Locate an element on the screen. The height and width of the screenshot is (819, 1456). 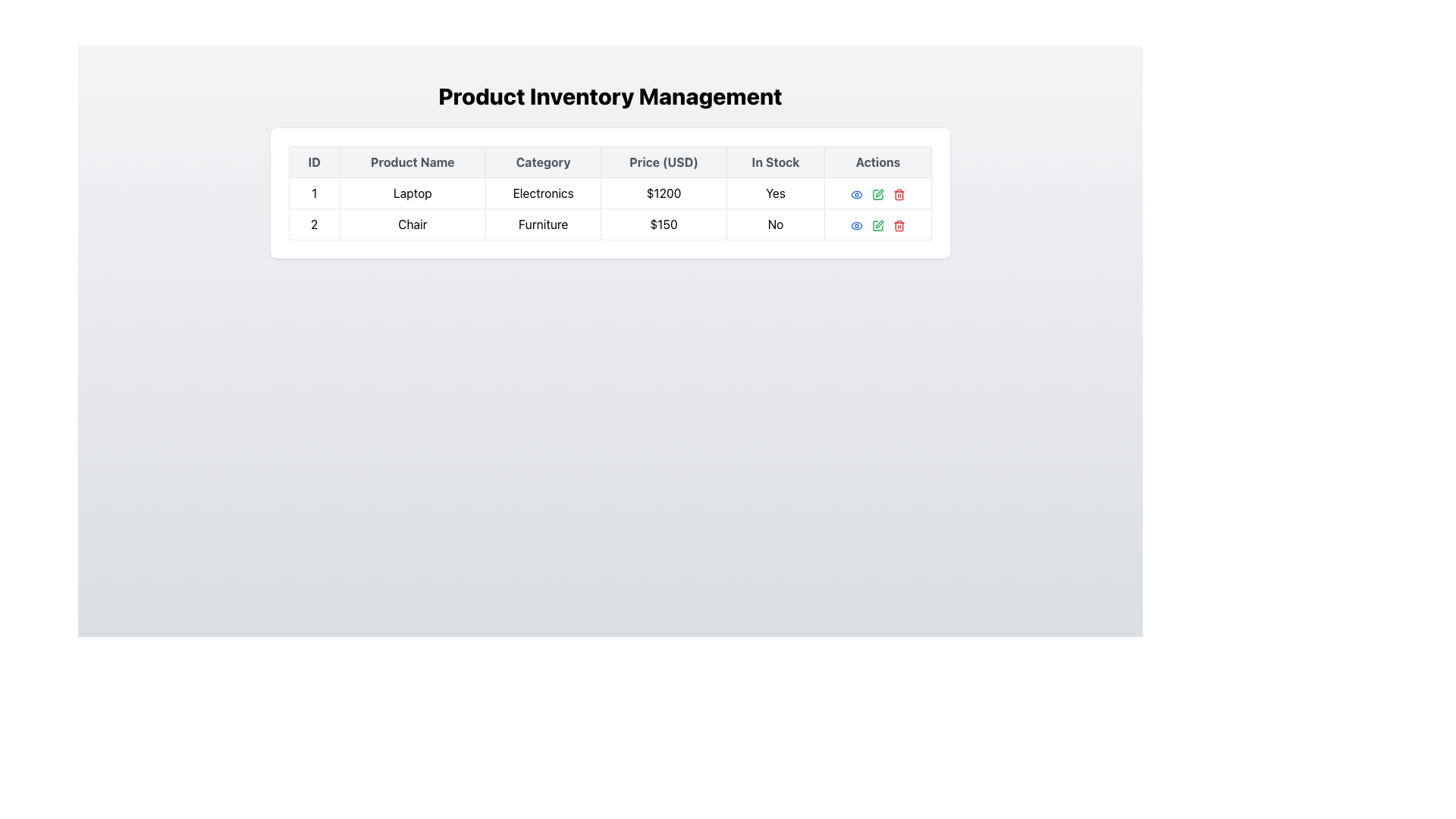
the eye-shaped icon with a blue outline in the 'Actions' column of the second row for the 'Chair' product entry is located at coordinates (856, 193).